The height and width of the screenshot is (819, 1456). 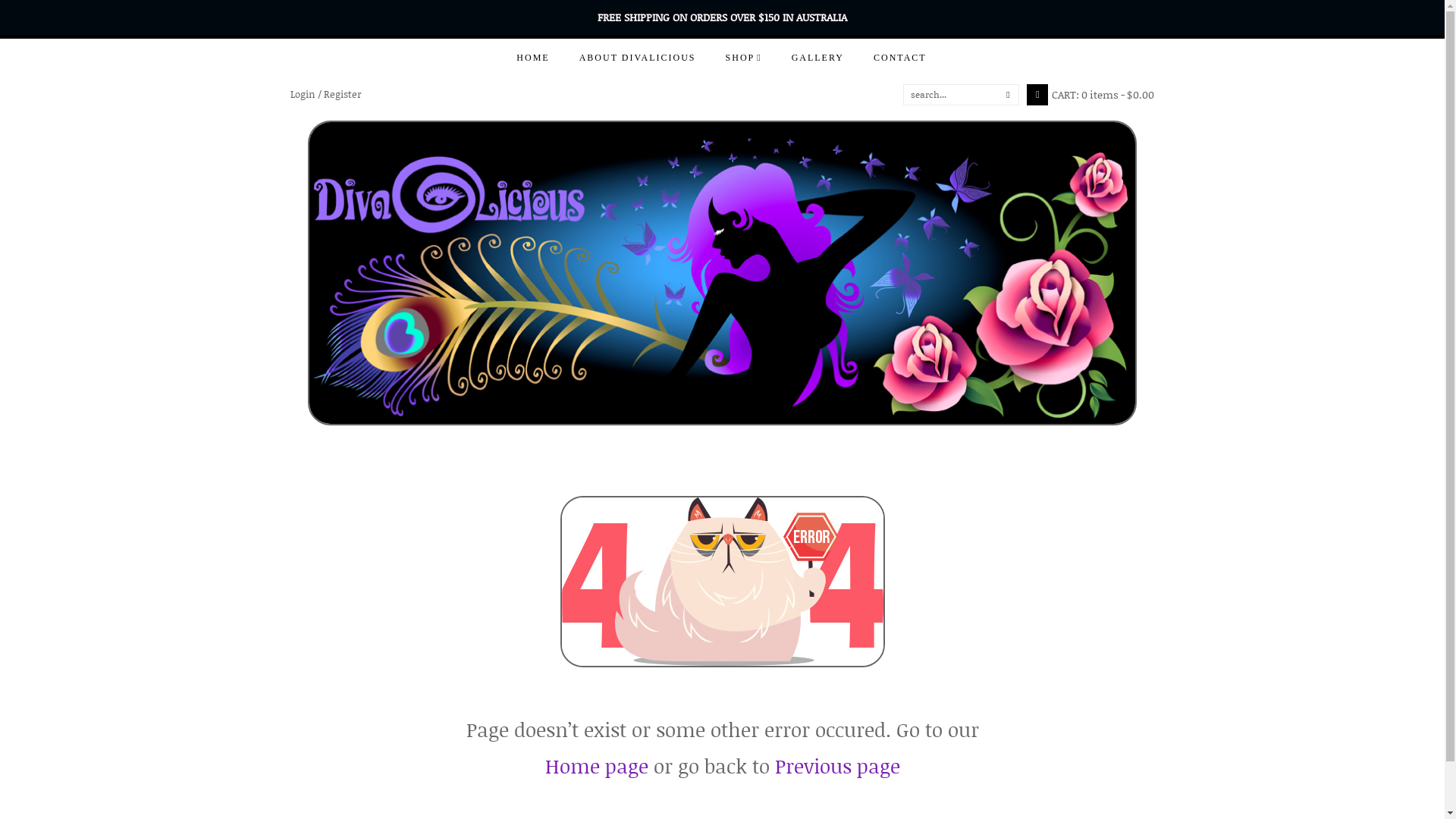 What do you see at coordinates (324, 94) in the screenshot?
I see `'Login / Register'` at bounding box center [324, 94].